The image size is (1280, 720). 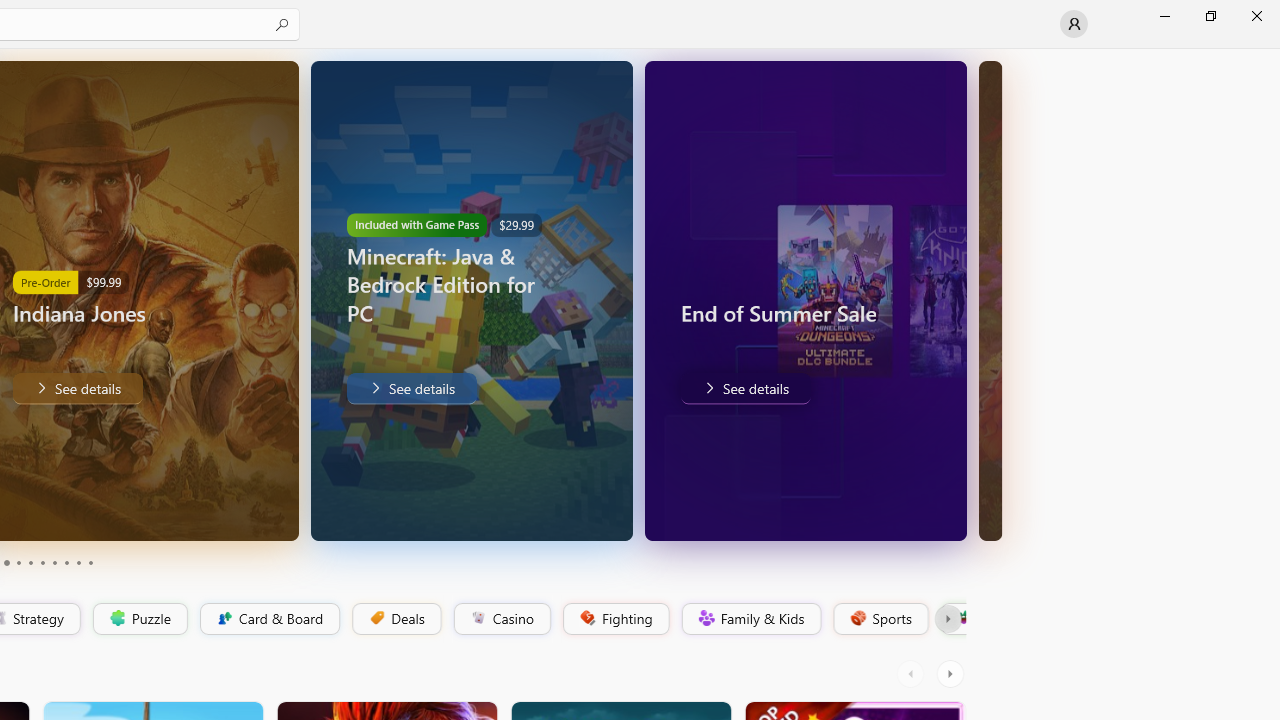 What do you see at coordinates (65, 563) in the screenshot?
I see `'Page 8'` at bounding box center [65, 563].